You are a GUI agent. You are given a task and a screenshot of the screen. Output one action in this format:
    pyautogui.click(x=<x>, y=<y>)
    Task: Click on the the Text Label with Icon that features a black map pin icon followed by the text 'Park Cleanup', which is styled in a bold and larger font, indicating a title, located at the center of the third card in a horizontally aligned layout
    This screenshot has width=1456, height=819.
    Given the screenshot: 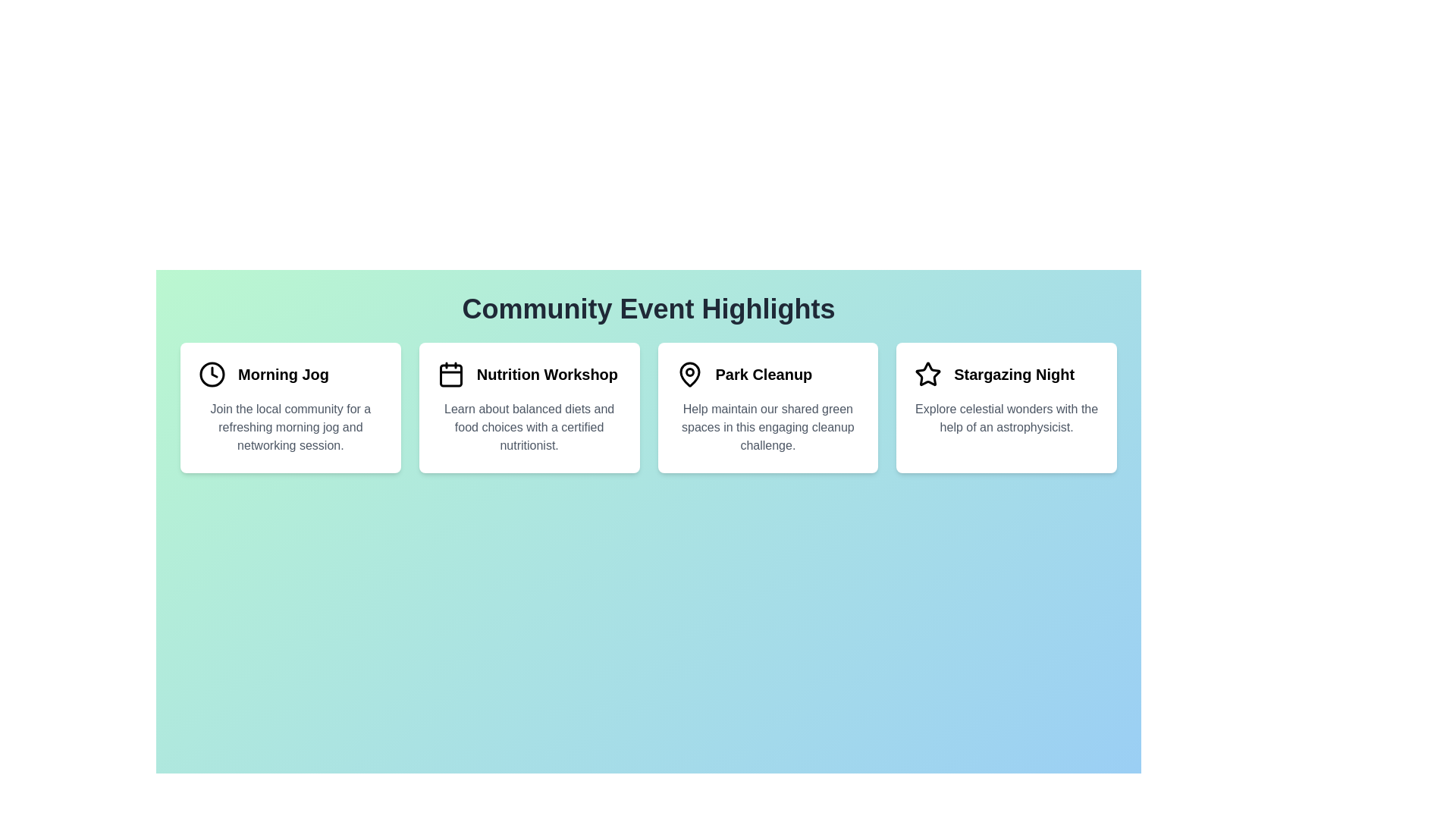 What is the action you would take?
    pyautogui.click(x=767, y=374)
    